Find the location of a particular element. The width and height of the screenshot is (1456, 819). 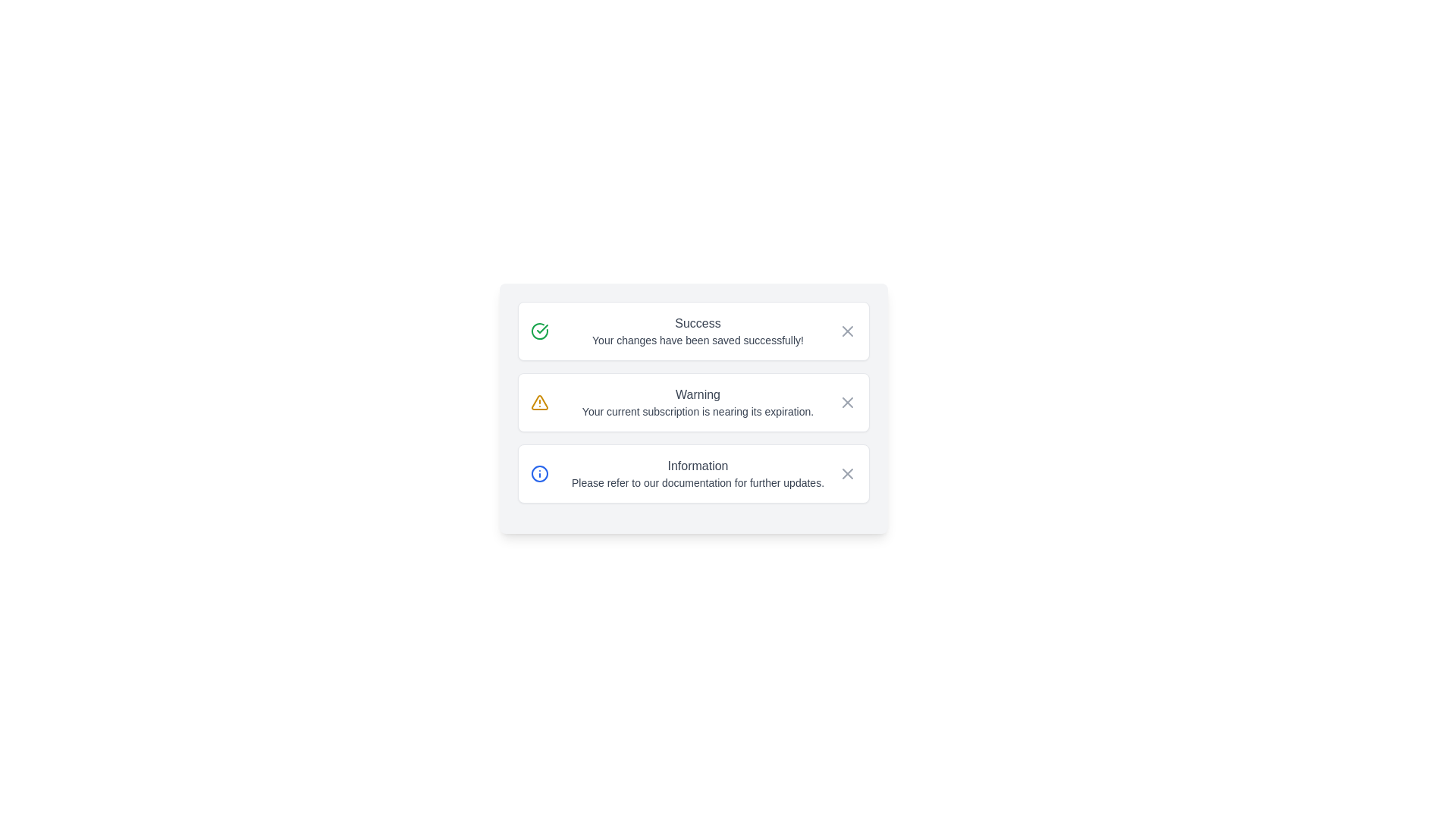

the text element that warns the user about their subscription nearing expiration, which is centrally aligned in the second row of notifications is located at coordinates (697, 402).